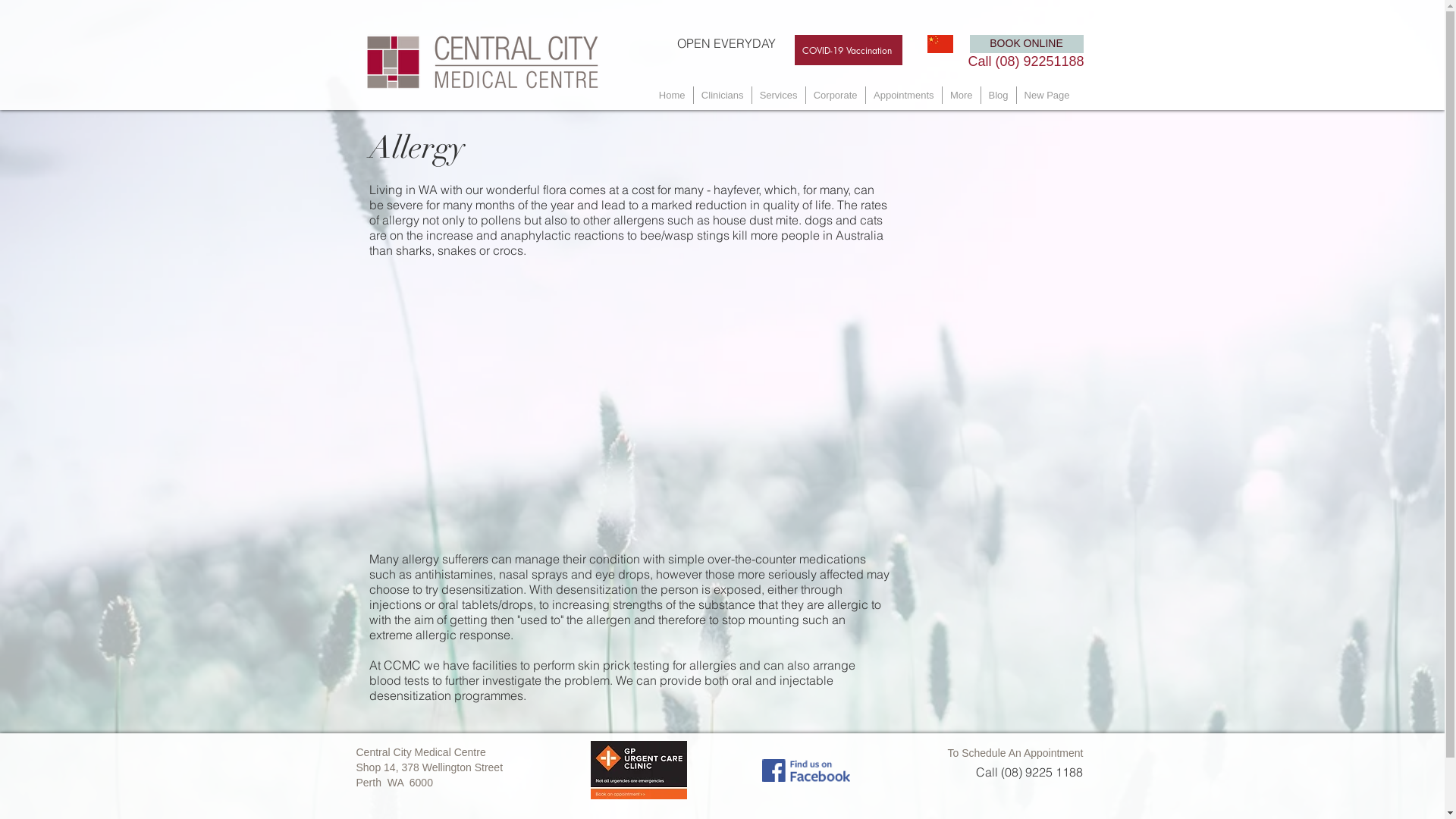 The height and width of the screenshot is (819, 1456). What do you see at coordinates (481, 61) in the screenshot?
I see `'Central City Medical Centre Logo'` at bounding box center [481, 61].